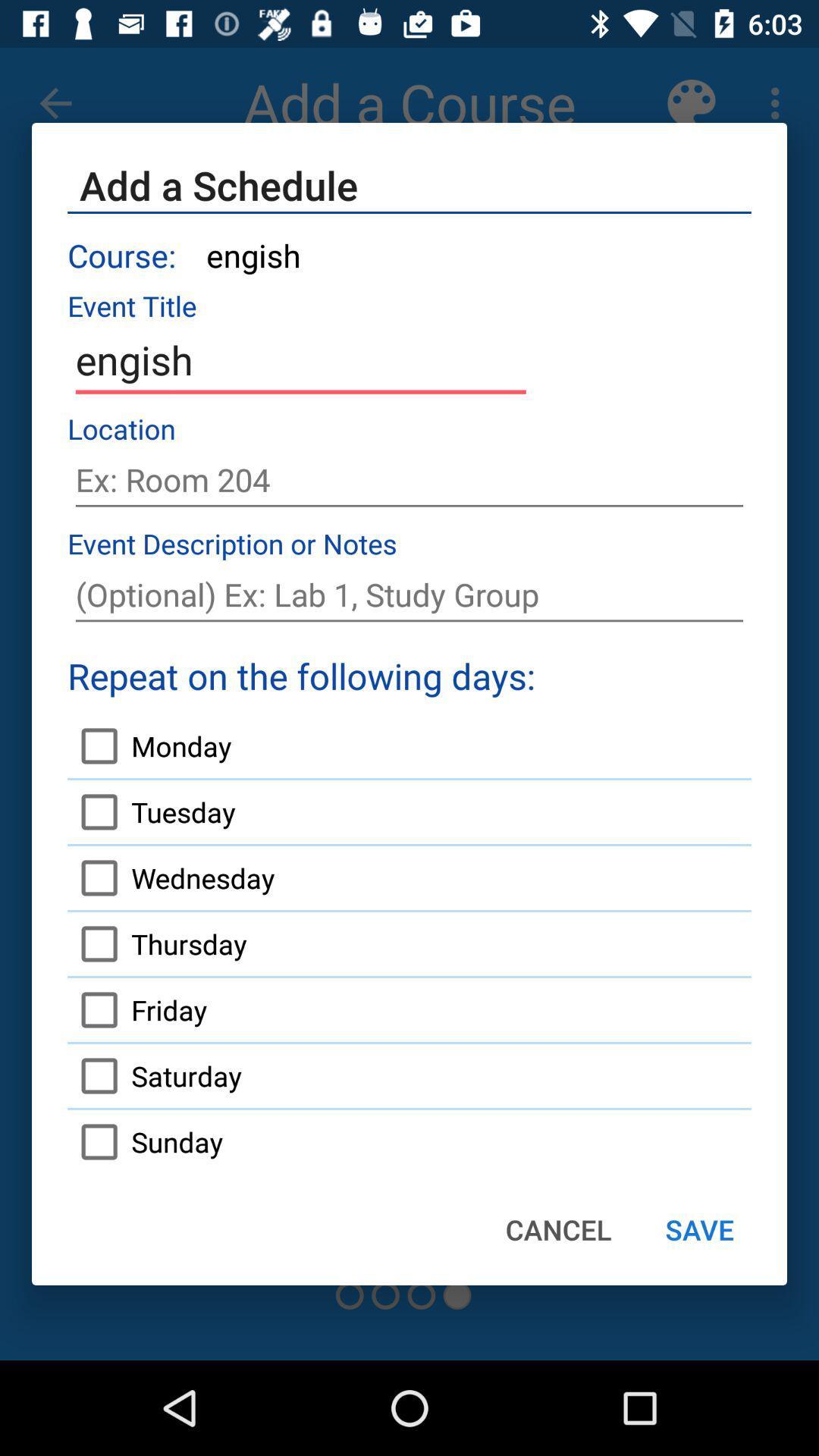 This screenshot has height=1456, width=819. I want to click on item to the right of sunday icon, so click(558, 1229).